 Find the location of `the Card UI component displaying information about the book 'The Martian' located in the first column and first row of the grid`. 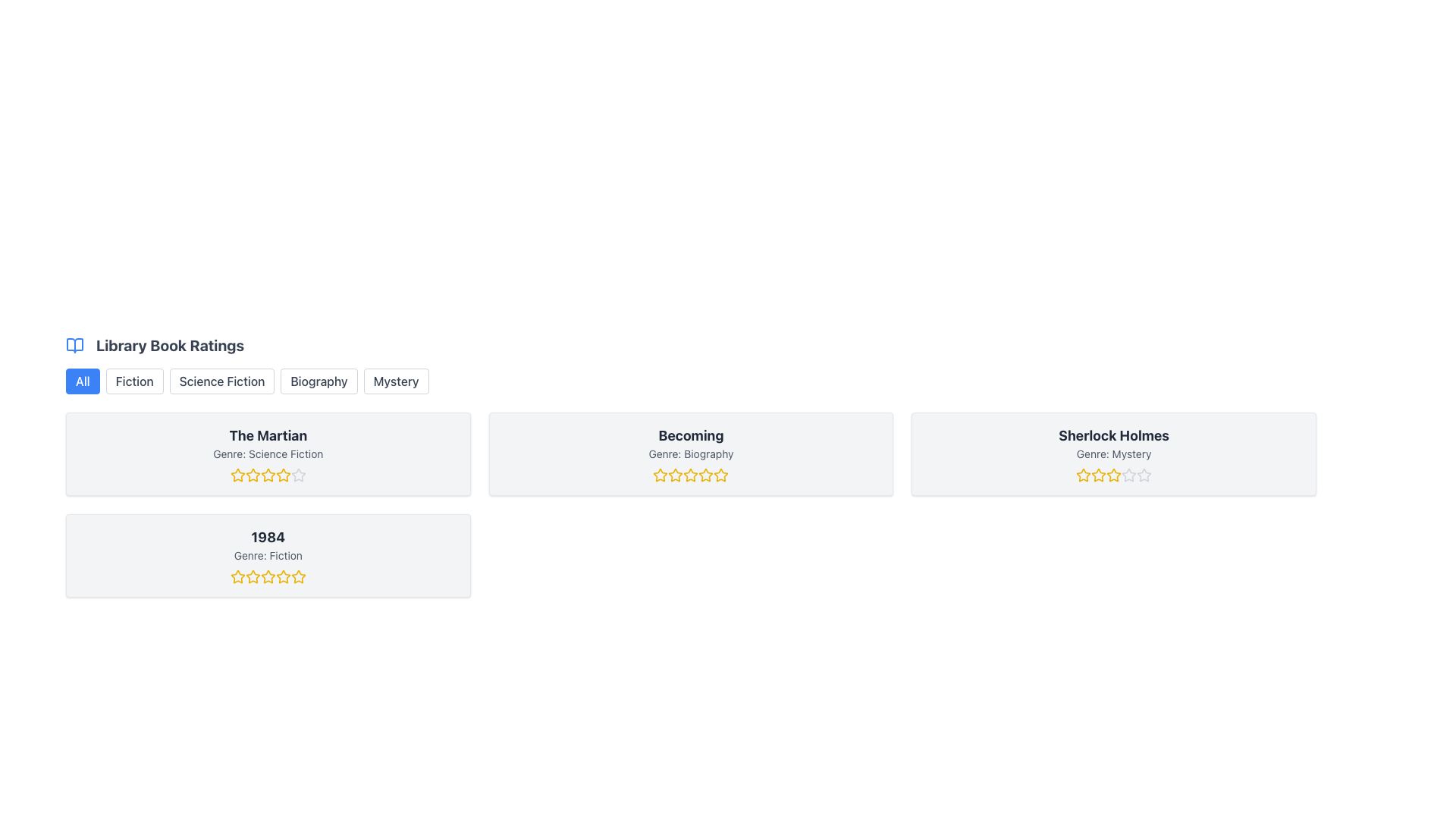

the Card UI component displaying information about the book 'The Martian' located in the first column and first row of the grid is located at coordinates (268, 453).